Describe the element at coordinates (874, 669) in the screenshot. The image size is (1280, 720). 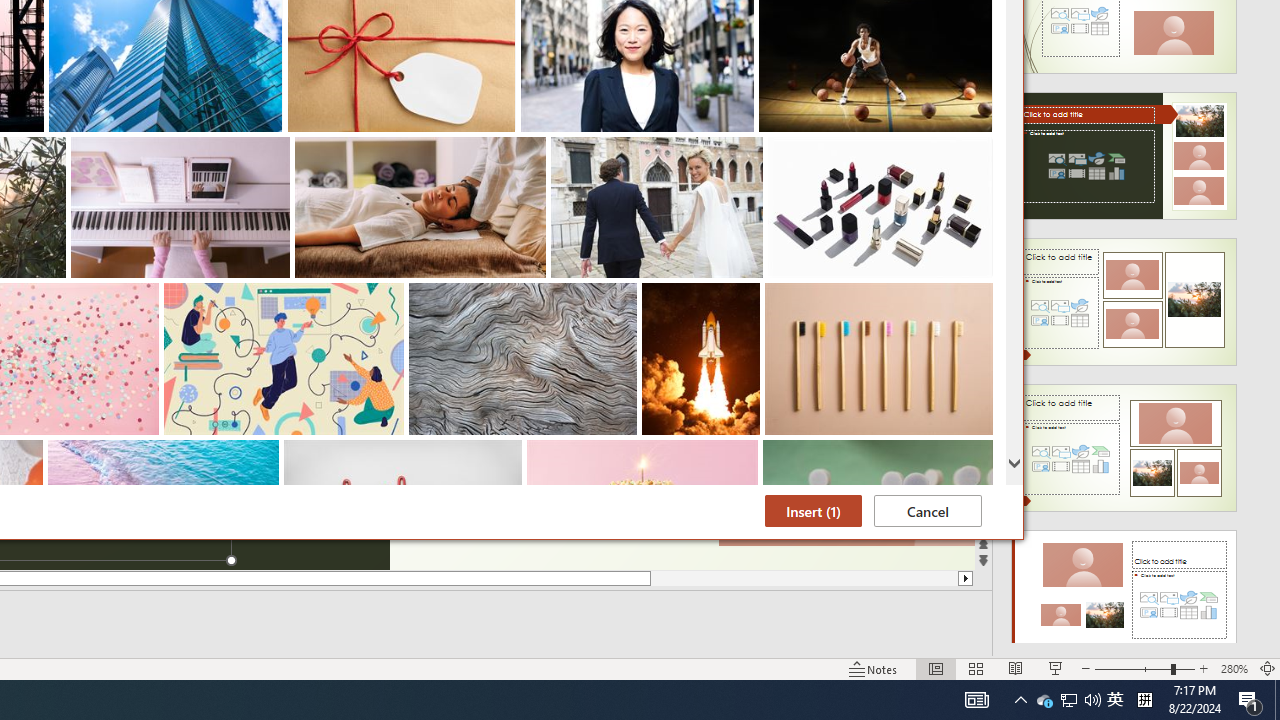
I see `'Notes '` at that location.